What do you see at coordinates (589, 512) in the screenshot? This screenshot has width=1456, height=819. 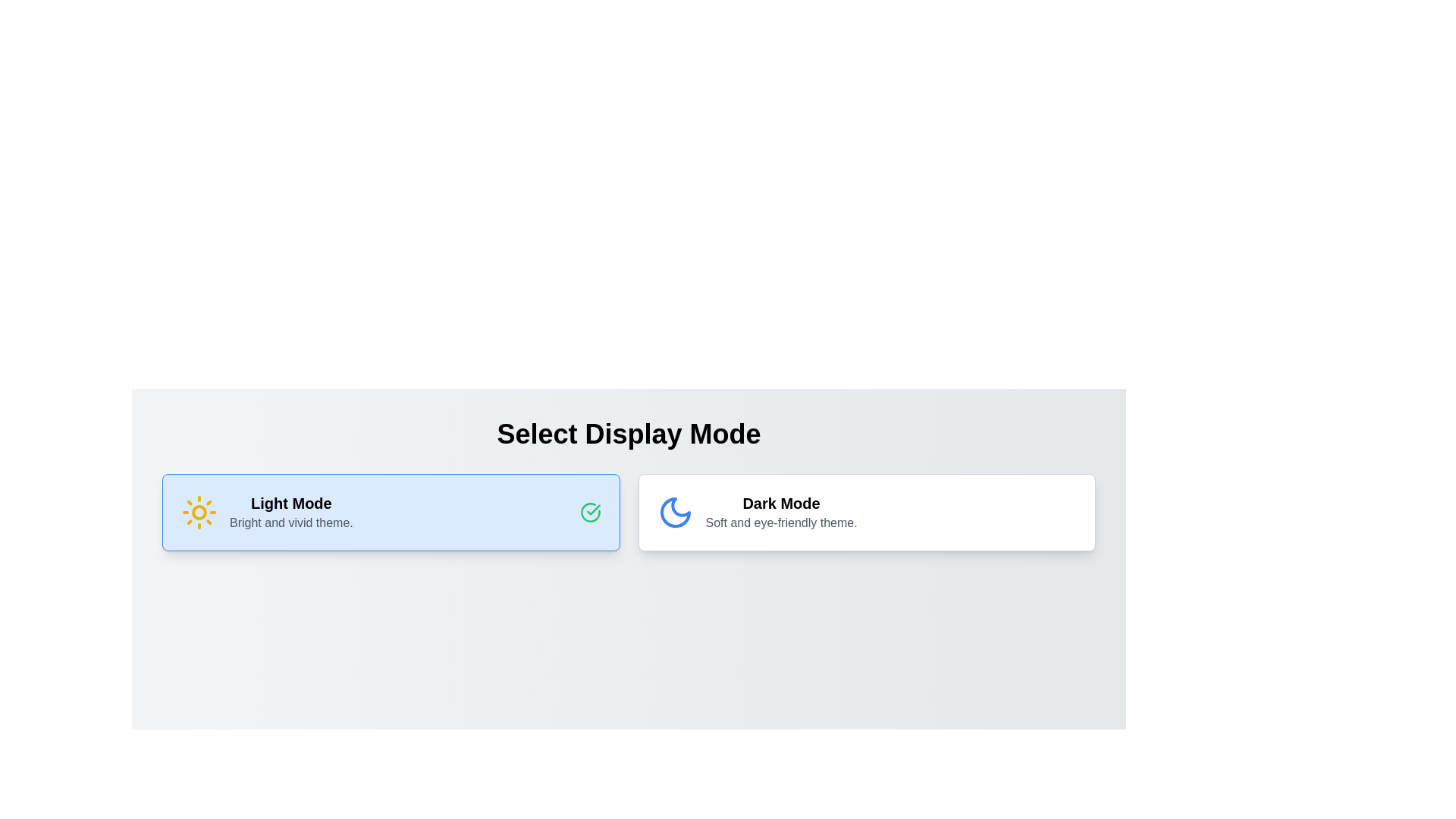 I see `the circular green segment of the SVG icon located in the top-right area of the 'Light Mode' card` at bounding box center [589, 512].